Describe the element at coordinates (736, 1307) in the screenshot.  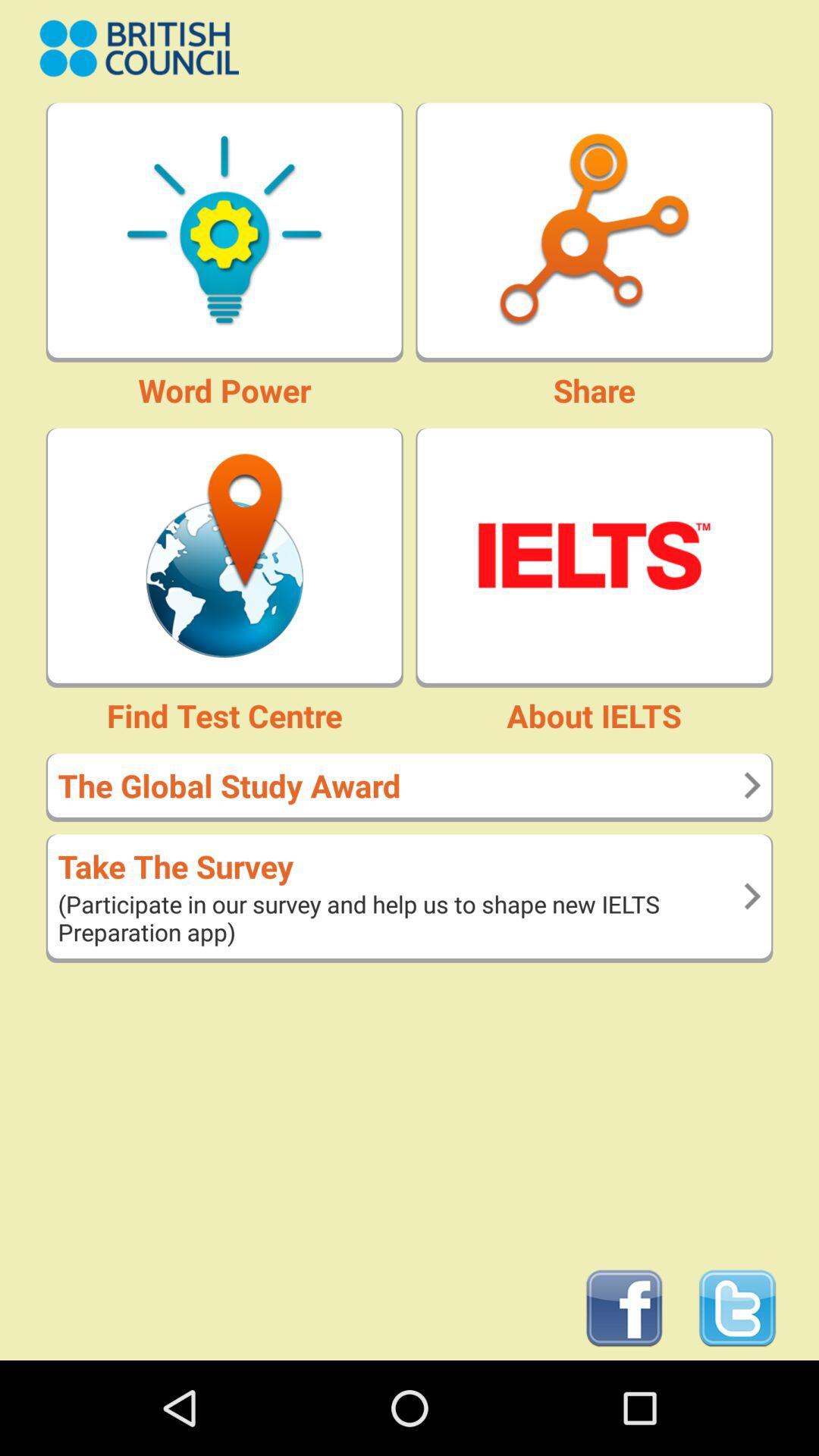
I see `twitter` at that location.